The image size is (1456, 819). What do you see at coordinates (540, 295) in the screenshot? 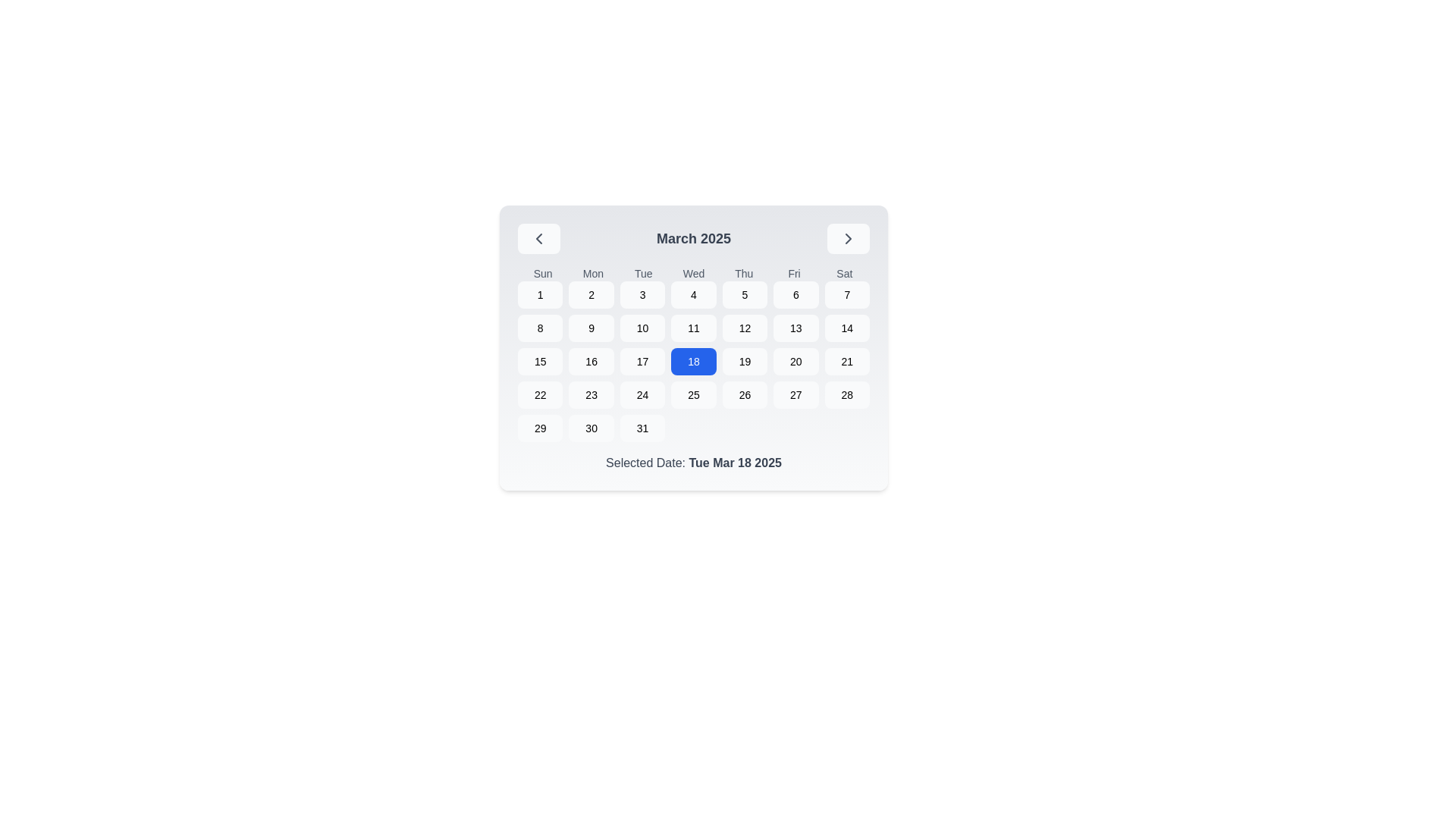
I see `the first day of the month button in the calendar view to observe any style change` at bounding box center [540, 295].